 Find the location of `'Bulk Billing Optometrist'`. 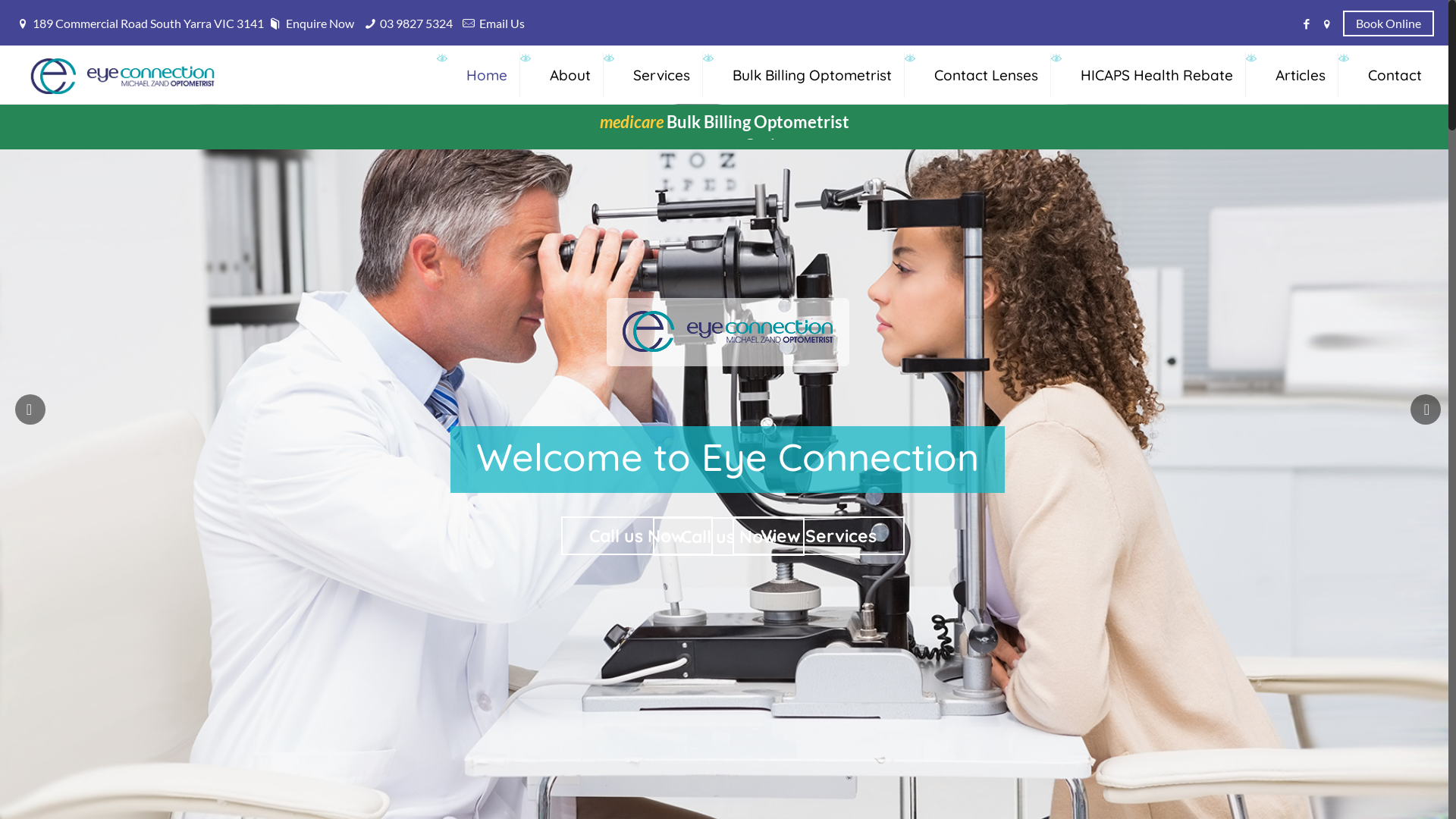

'Bulk Billing Optometrist' is located at coordinates (811, 74).